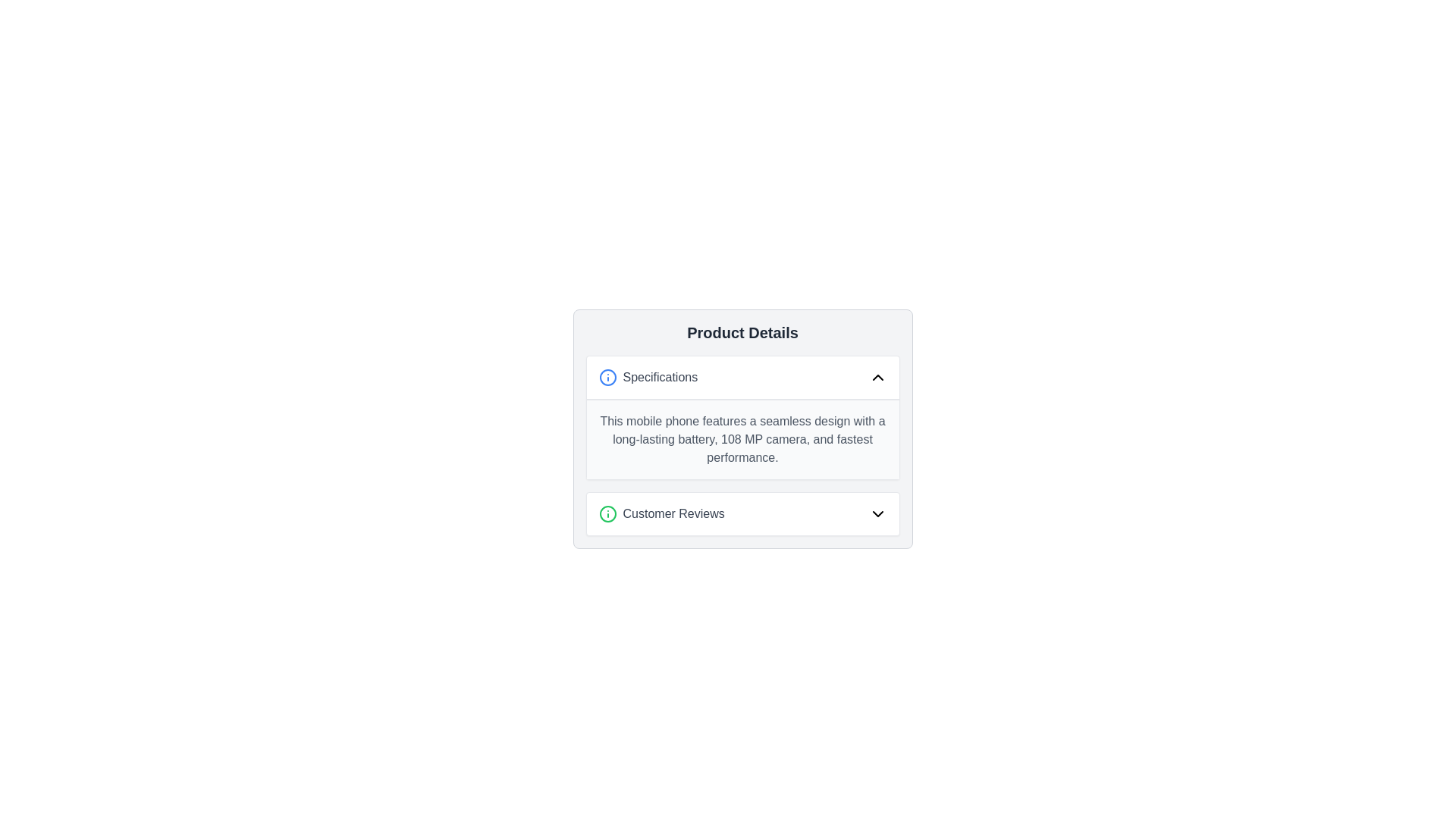 Image resolution: width=1456 pixels, height=819 pixels. What do you see at coordinates (648, 376) in the screenshot?
I see `the 'Specifications' label which consists of a blue circular icon with an information symbol ('i') followed by the text 'Specifications' in gray-700 color, located in the first section of the 'Product Details' card` at bounding box center [648, 376].